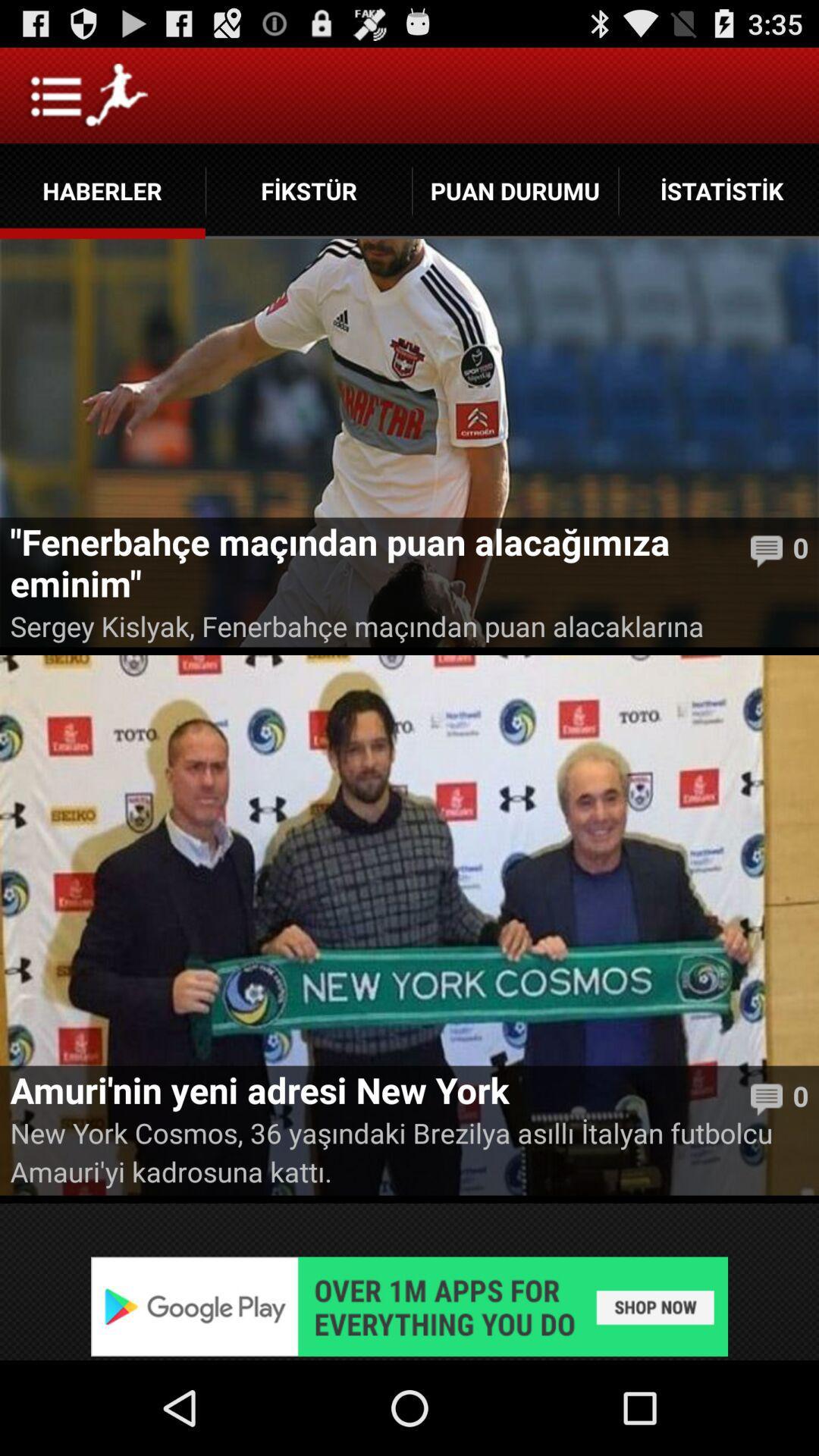  Describe the element at coordinates (514, 190) in the screenshot. I see `the puan durumu icon` at that location.